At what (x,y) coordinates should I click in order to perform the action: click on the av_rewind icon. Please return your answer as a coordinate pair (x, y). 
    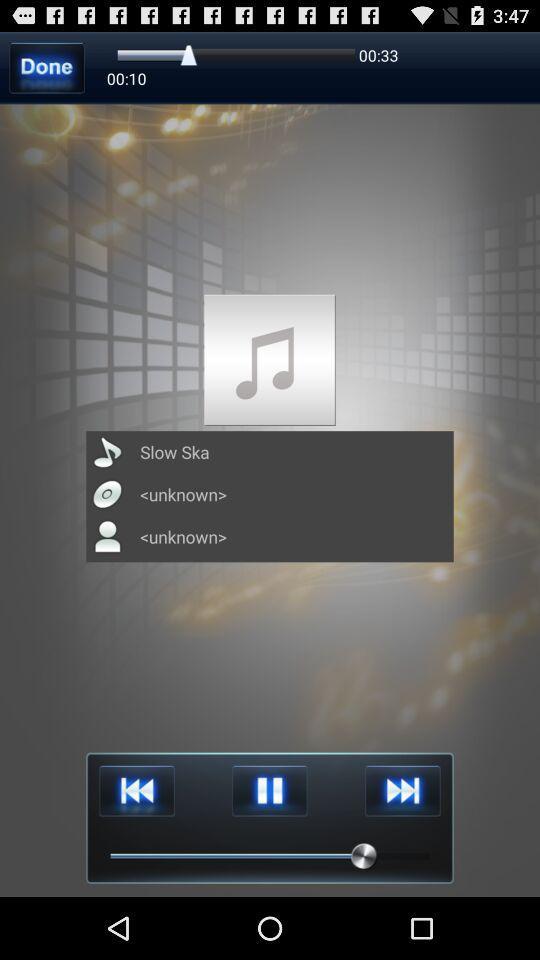
    Looking at the image, I should click on (136, 845).